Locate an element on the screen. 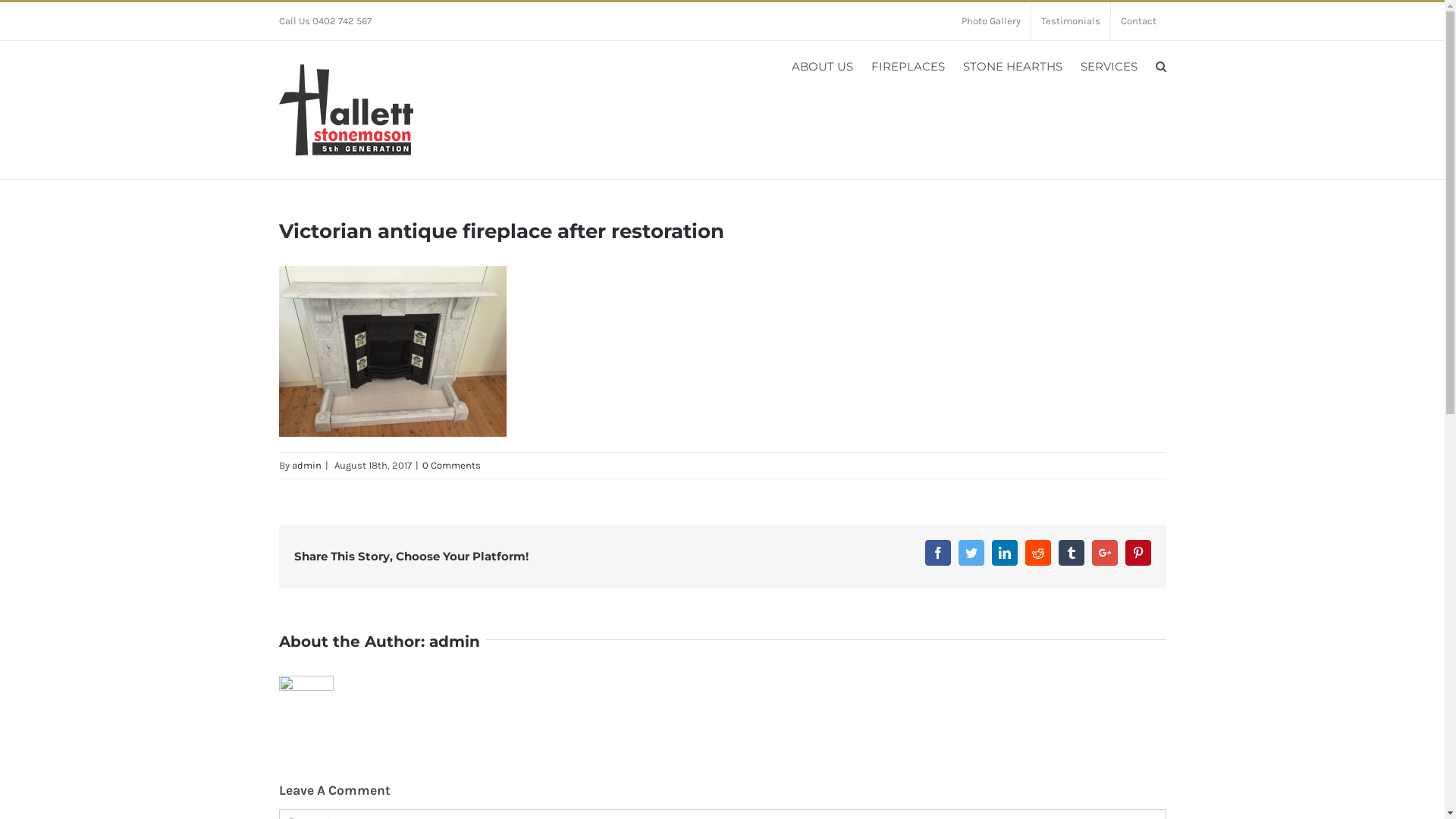 This screenshot has height=819, width=1456. 'SERVICES' is located at coordinates (1108, 65).